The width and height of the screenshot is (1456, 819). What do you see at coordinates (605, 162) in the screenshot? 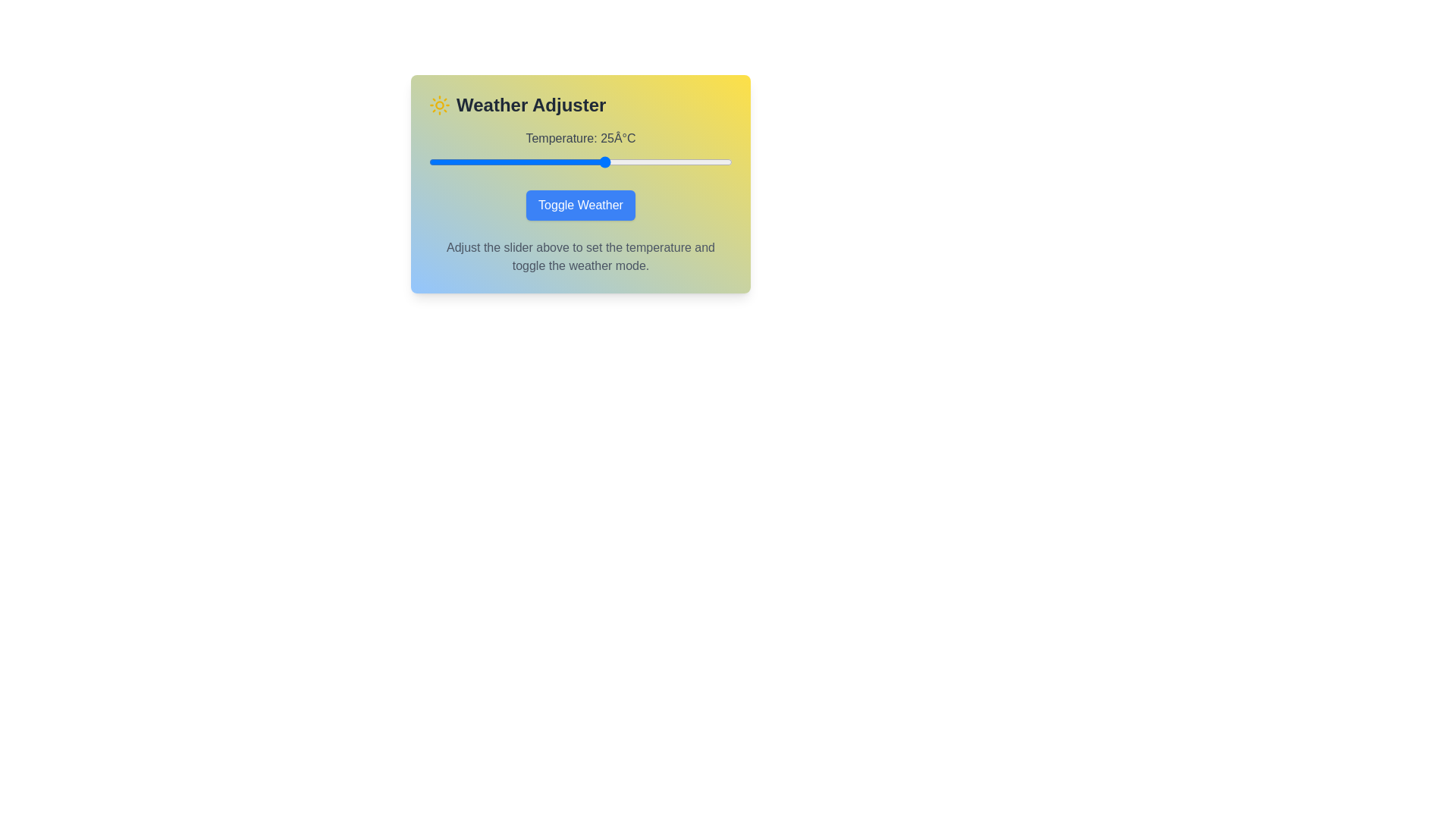
I see `the temperature slider to set the temperature to 25°C` at bounding box center [605, 162].